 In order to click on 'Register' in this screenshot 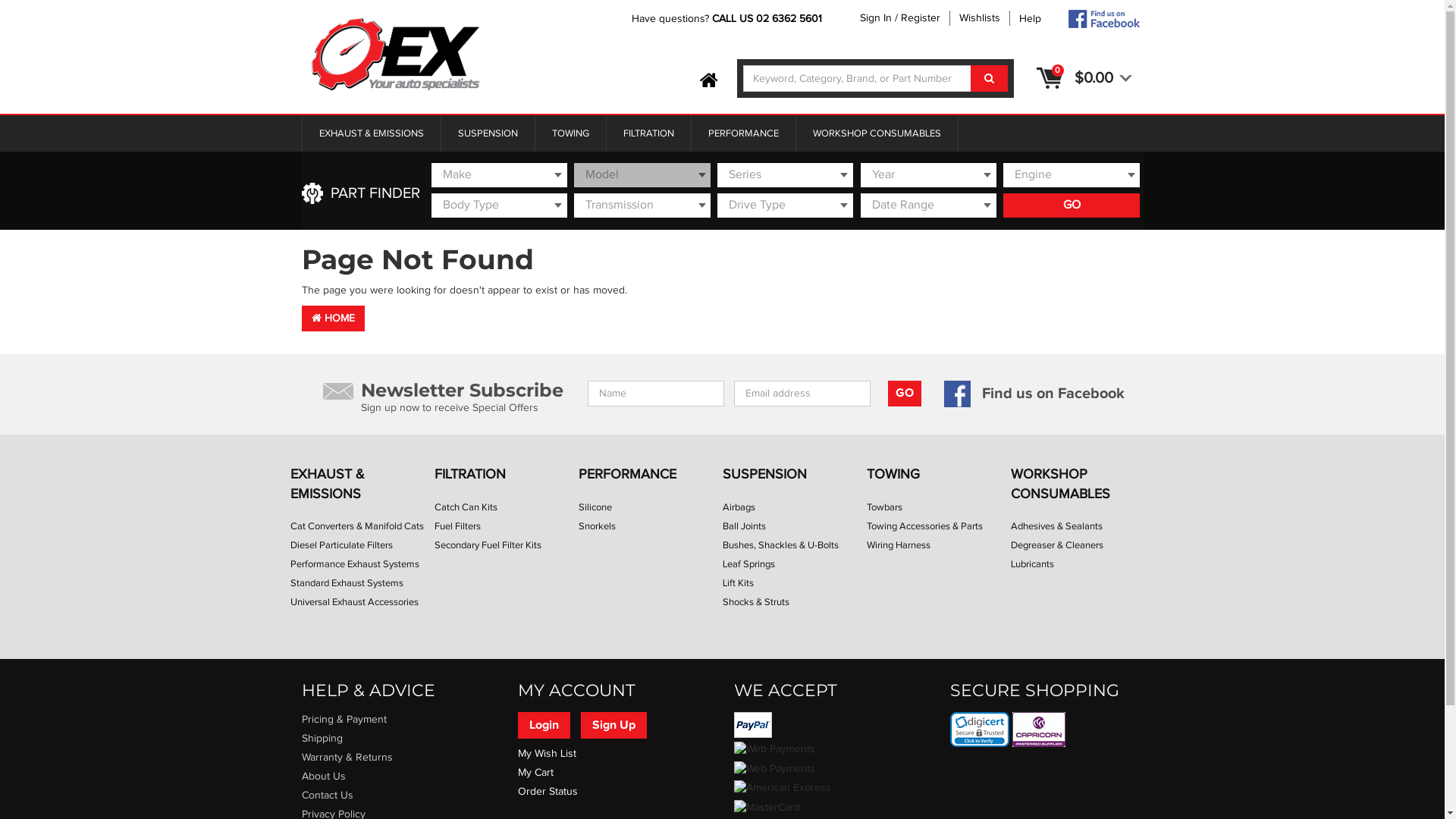, I will do `click(920, 17)`.